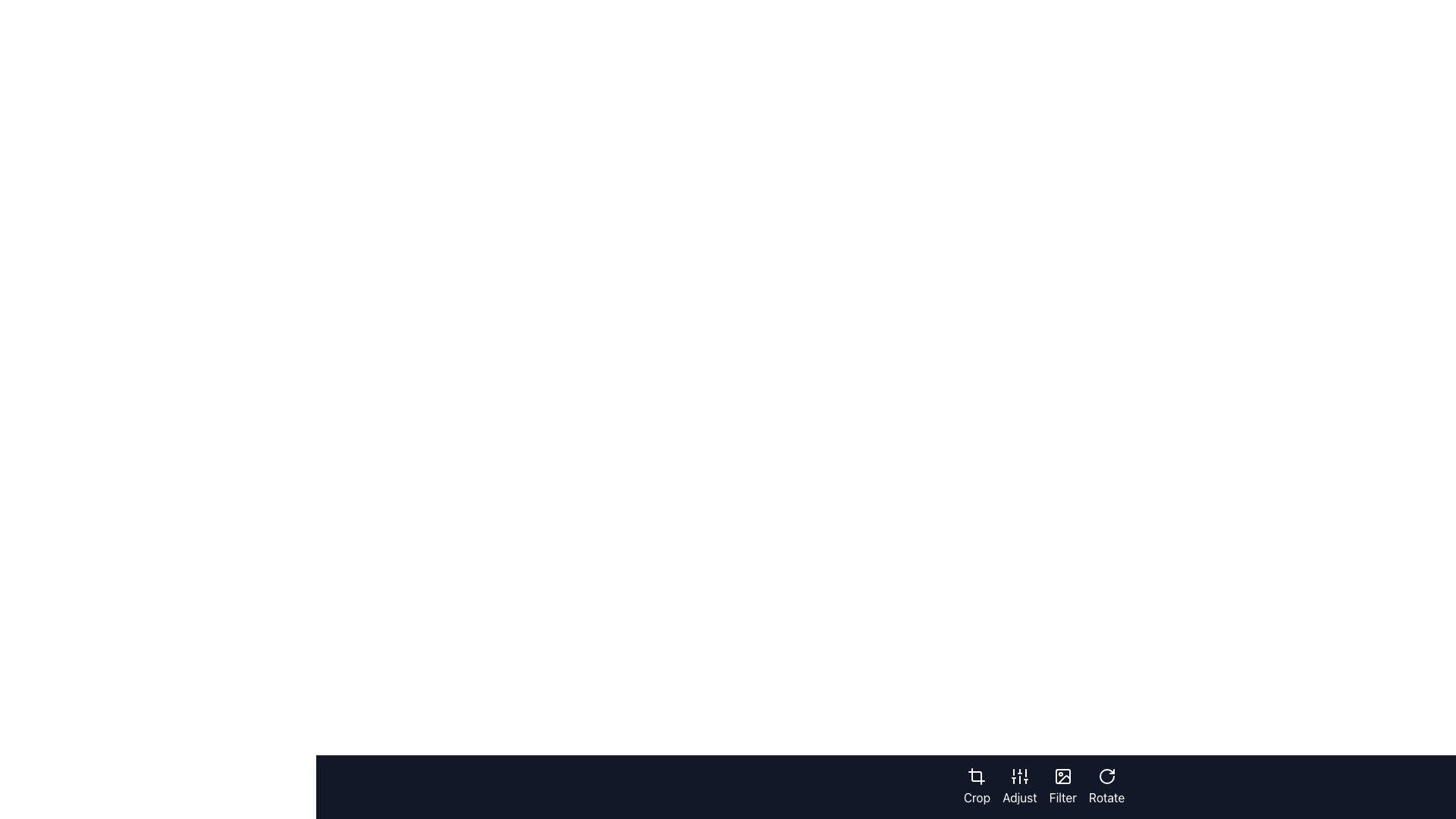 This screenshot has height=819, width=1456. What do you see at coordinates (1062, 776) in the screenshot?
I see `the icon button resembling a picture, located at the center of the bottom navigation bar above the 'Filter' label` at bounding box center [1062, 776].